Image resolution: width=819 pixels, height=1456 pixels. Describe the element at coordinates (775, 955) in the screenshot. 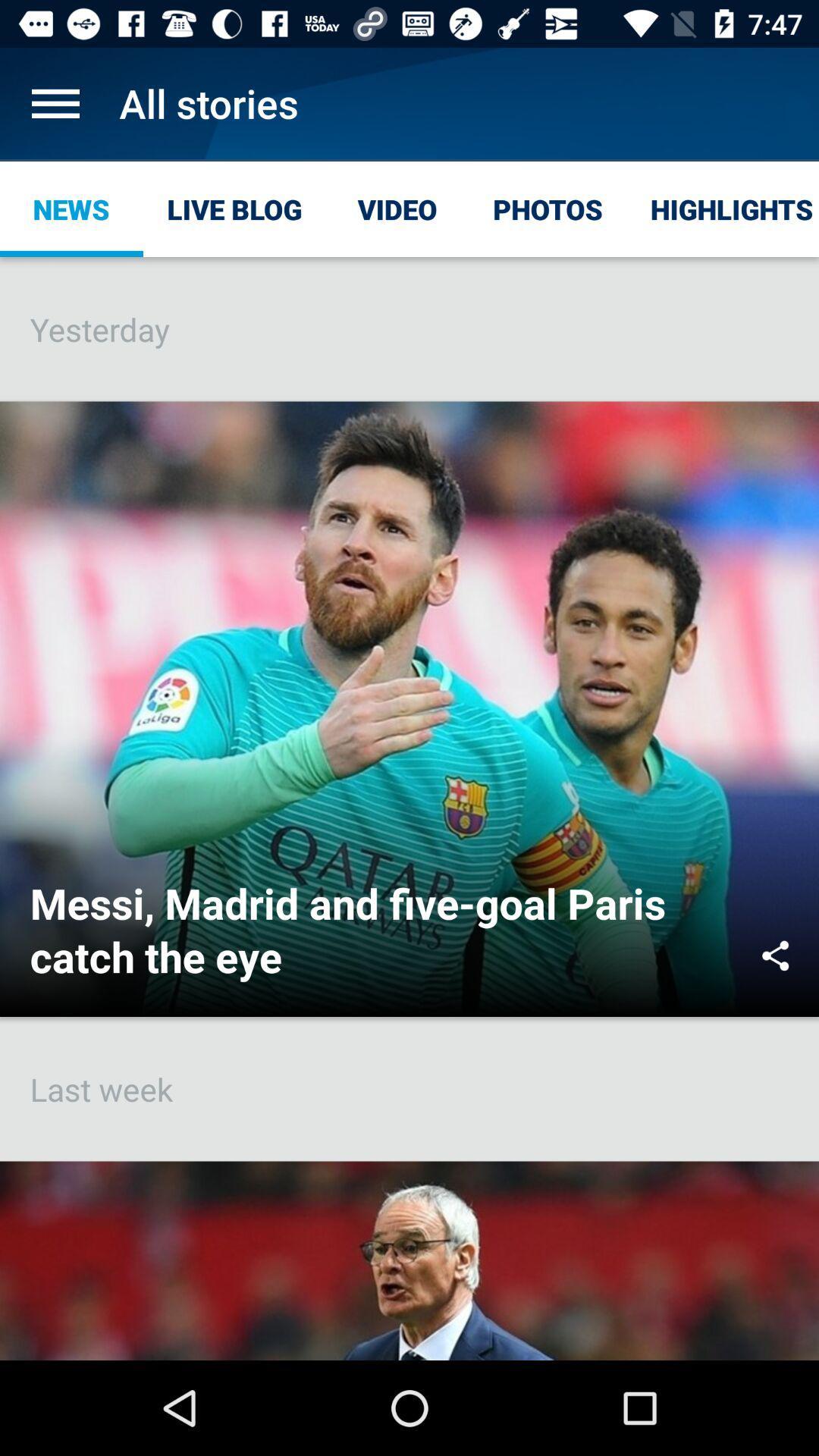

I see `the item next to the messi madrid and item` at that location.